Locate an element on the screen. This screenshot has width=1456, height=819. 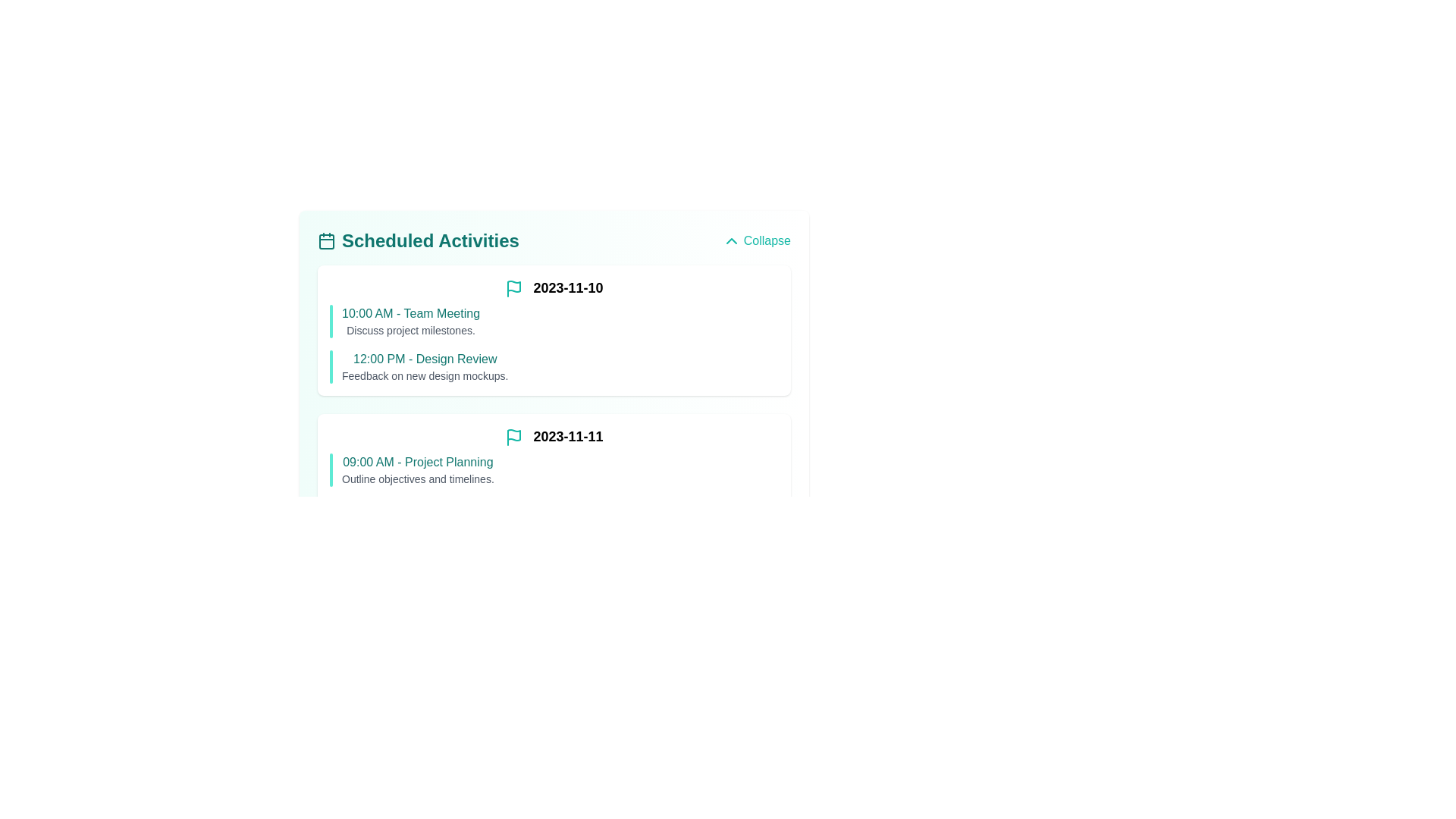
descriptive text located below the primary heading '09:00 AM - Project Planning' for the scheduled event on '2023-11-11' is located at coordinates (418, 479).